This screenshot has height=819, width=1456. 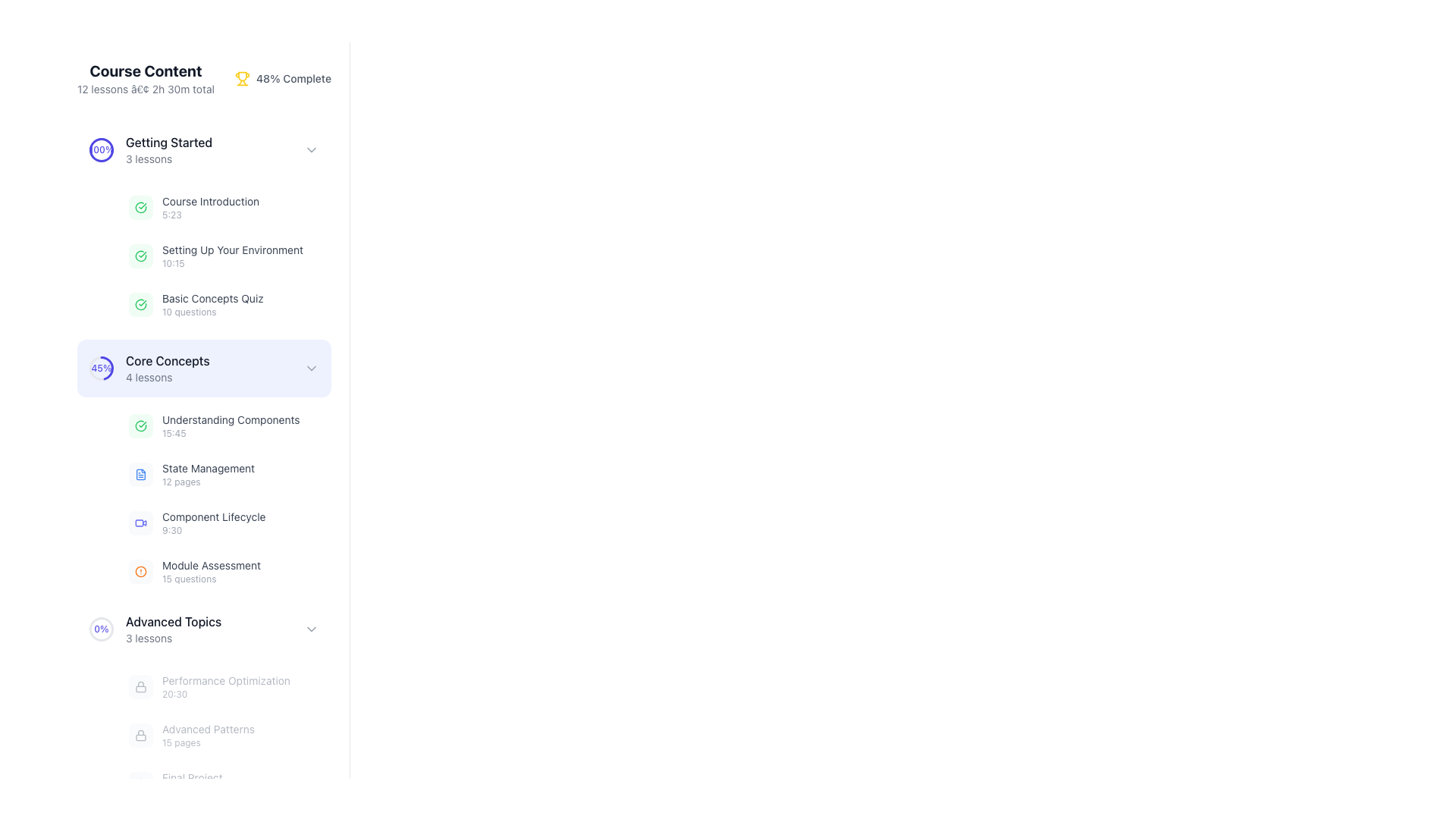 I want to click on the circular progress indicator displaying '0%' in its center, which is located to the left of the 'Advanced Topics' text in the course content section, so click(x=101, y=629).